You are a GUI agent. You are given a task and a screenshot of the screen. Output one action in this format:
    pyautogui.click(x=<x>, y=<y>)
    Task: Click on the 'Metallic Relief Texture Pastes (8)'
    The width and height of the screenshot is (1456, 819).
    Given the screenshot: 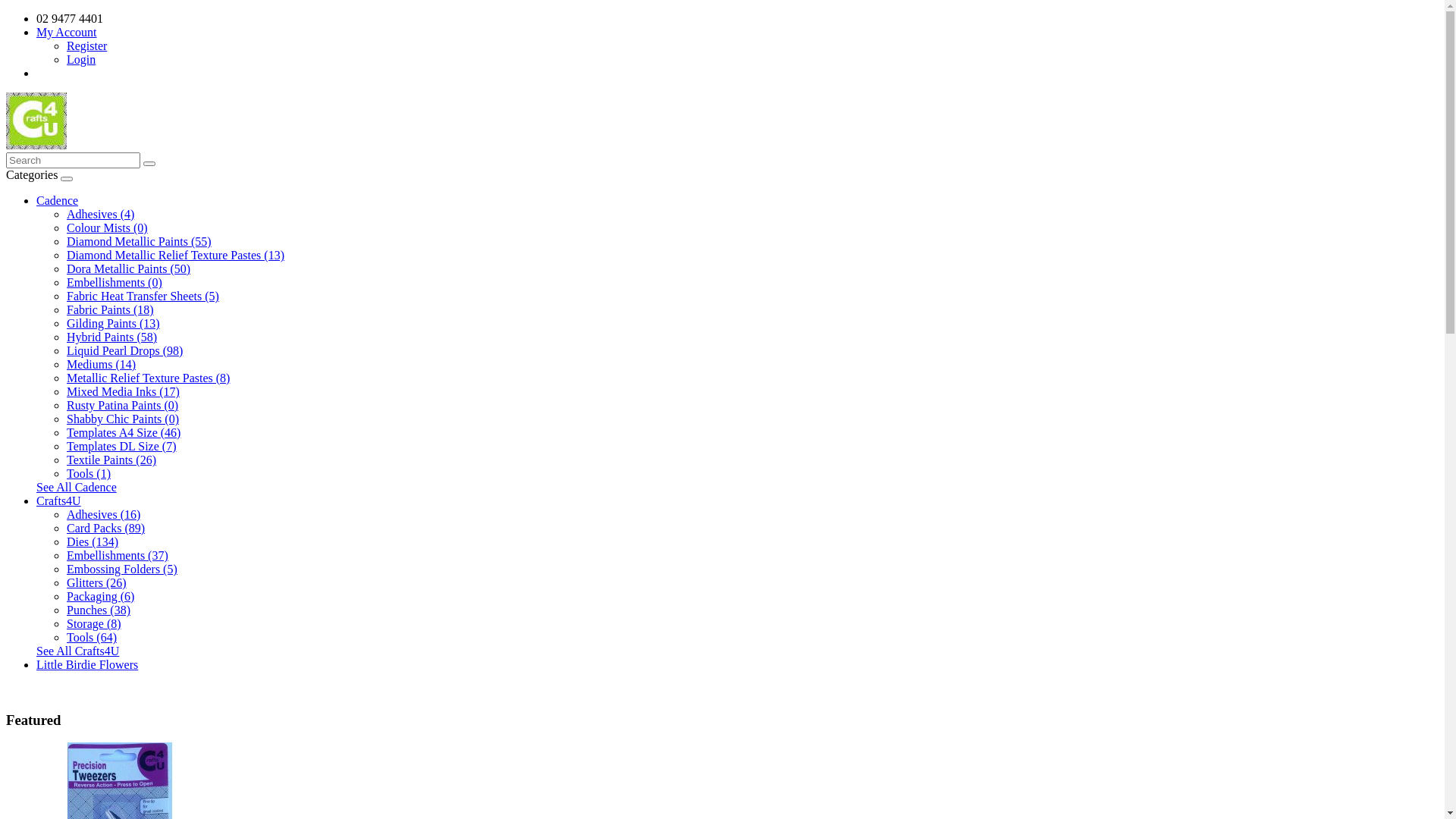 What is the action you would take?
    pyautogui.click(x=148, y=377)
    